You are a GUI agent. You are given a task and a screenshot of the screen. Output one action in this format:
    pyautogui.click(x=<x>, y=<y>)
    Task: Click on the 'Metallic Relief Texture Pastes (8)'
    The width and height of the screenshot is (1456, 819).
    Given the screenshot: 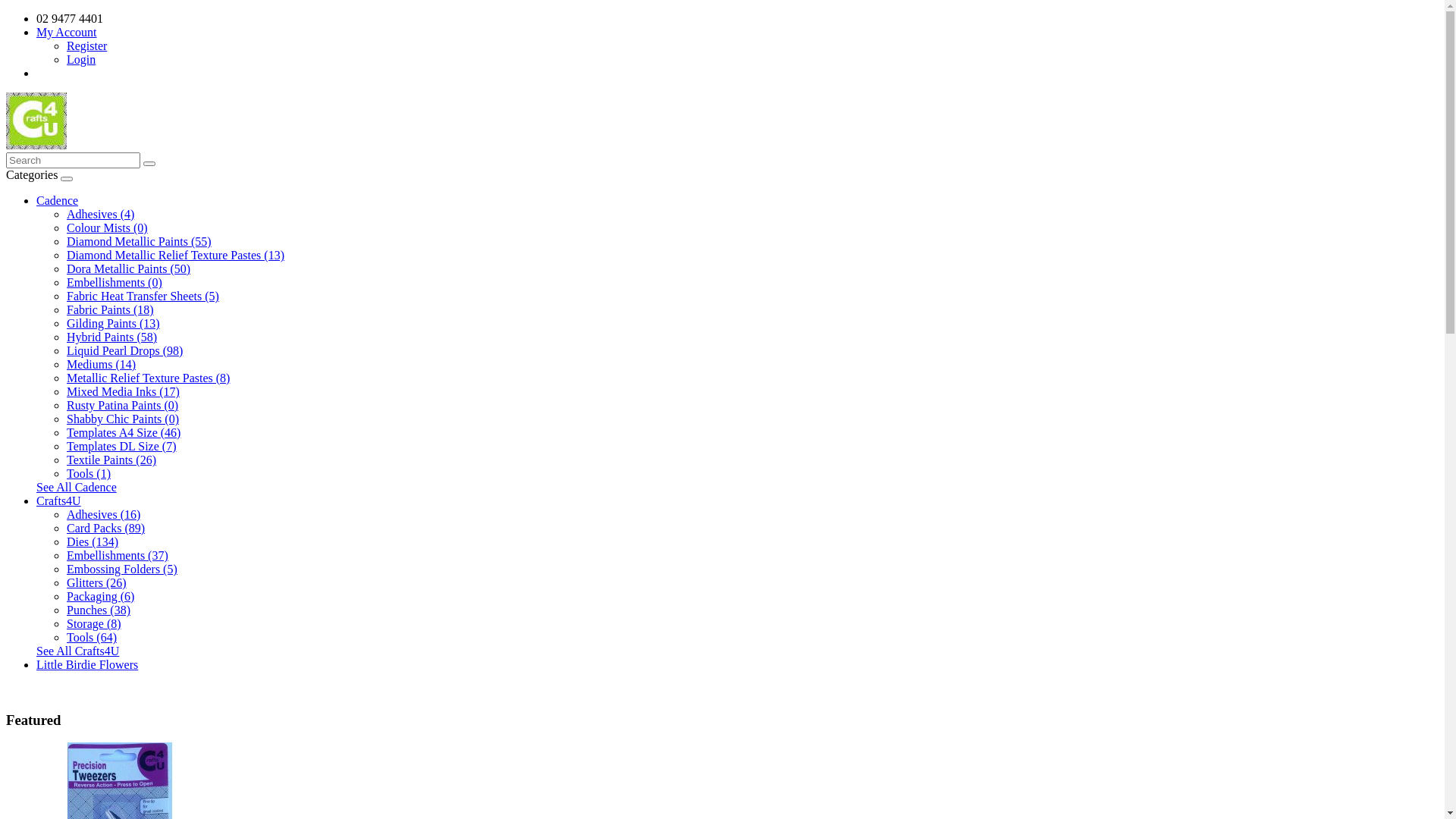 What is the action you would take?
    pyautogui.click(x=148, y=377)
    